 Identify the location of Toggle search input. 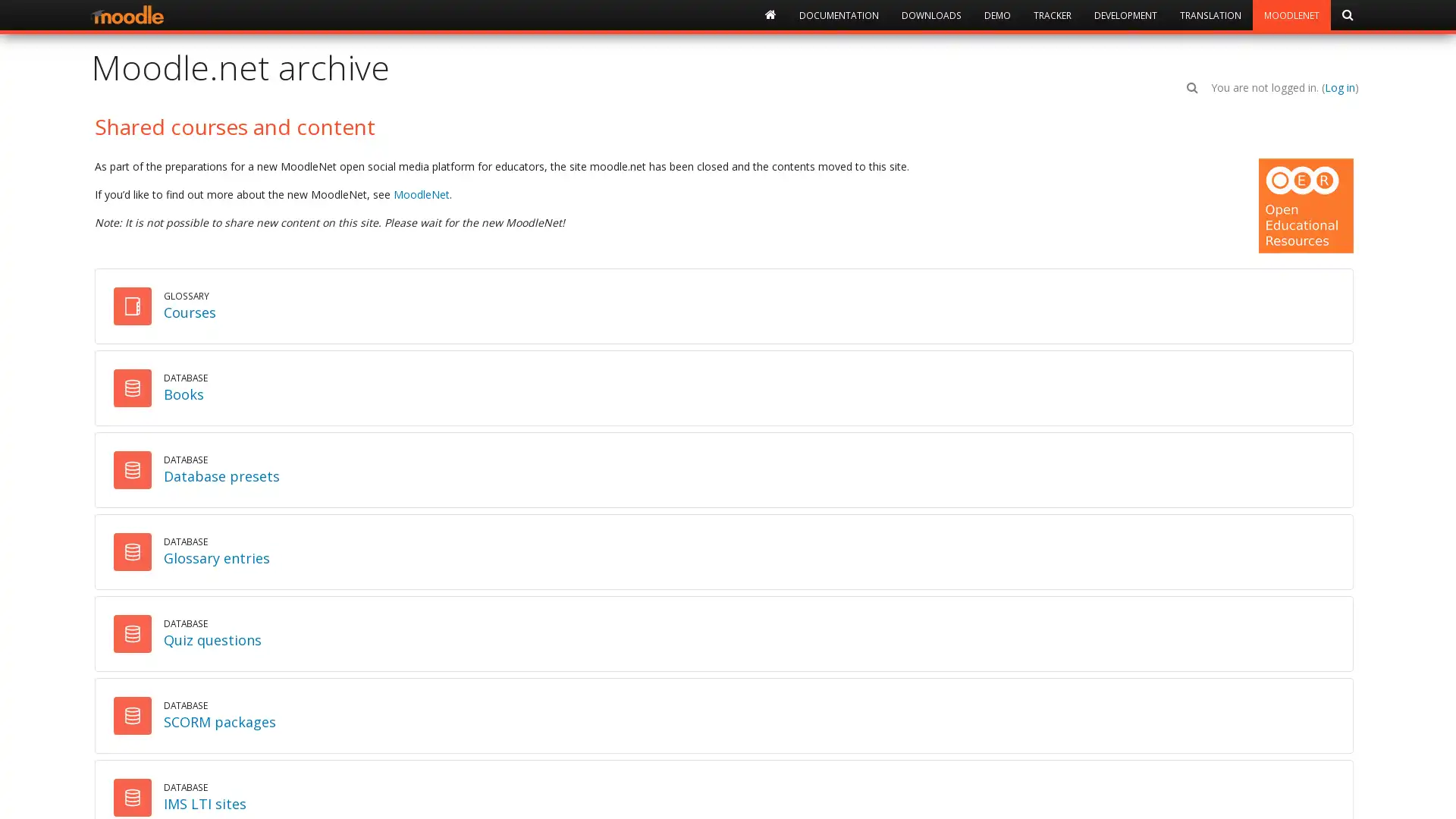
(1191, 86).